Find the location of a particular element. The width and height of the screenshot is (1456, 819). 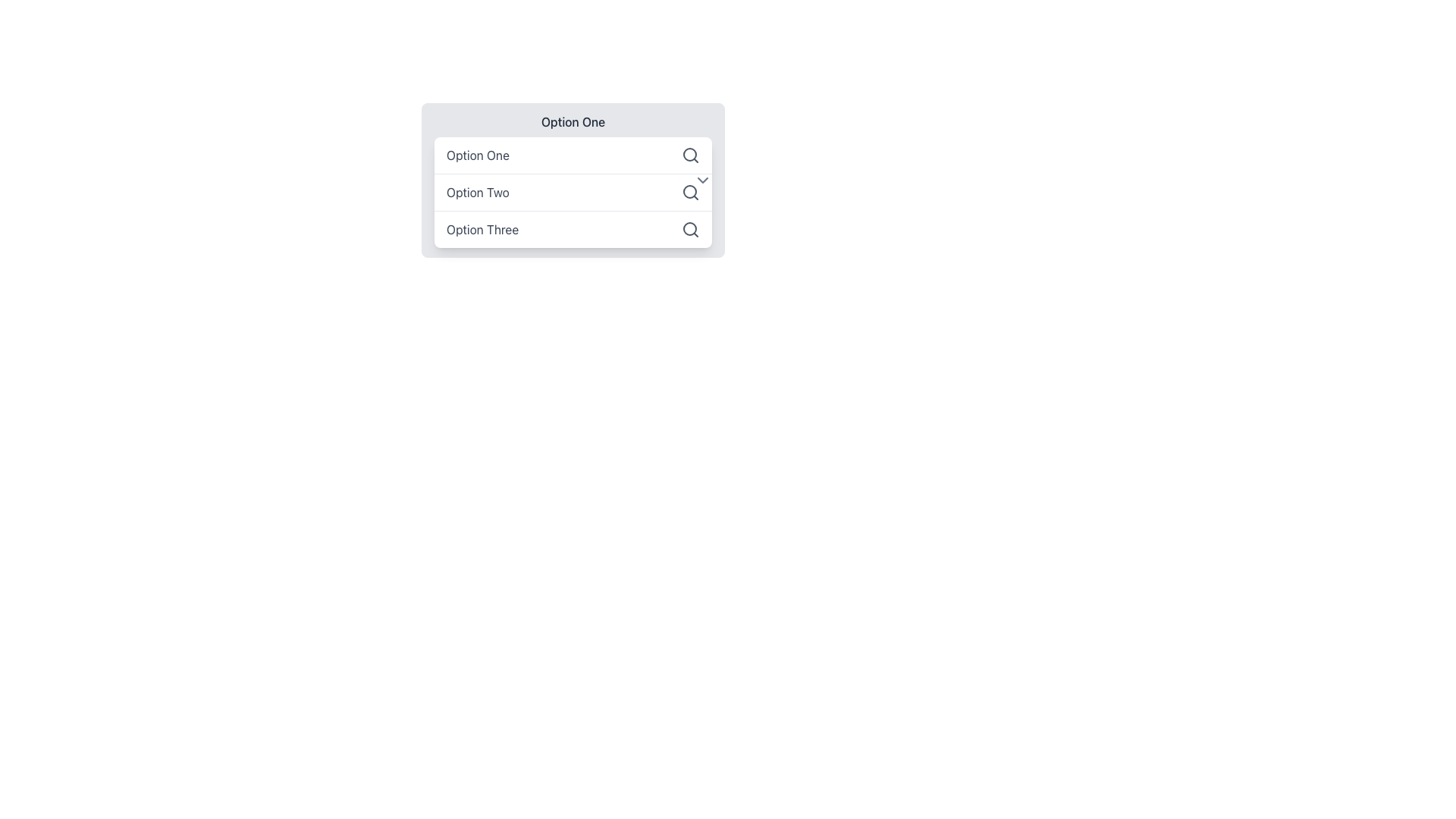

the middle option is located at coordinates (572, 180).